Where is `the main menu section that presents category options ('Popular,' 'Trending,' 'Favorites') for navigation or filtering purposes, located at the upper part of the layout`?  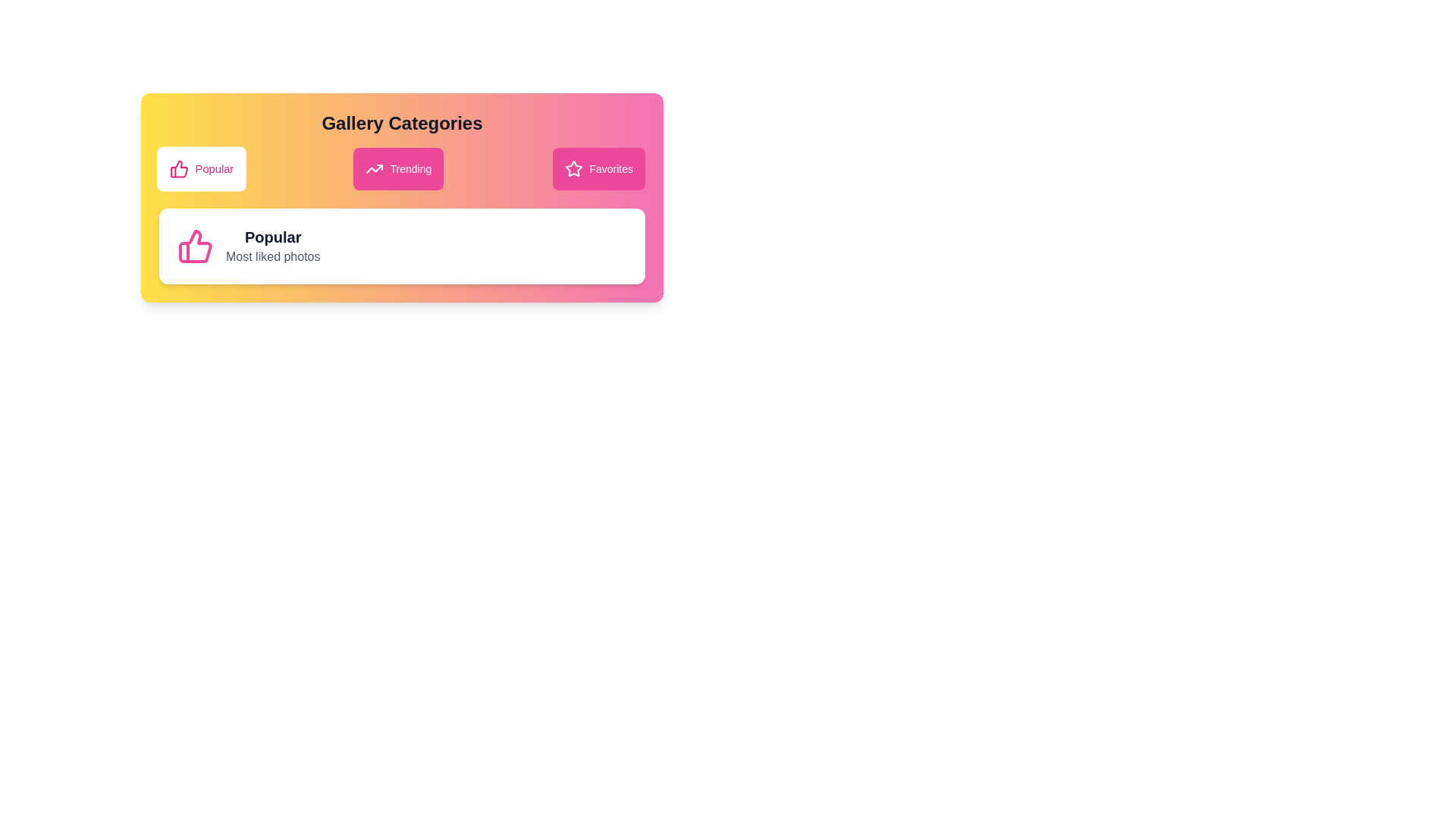 the main menu section that presents category options ('Popular,' 'Trending,' 'Favorites') for navigation or filtering purposes, located at the upper part of the layout is located at coordinates (402, 197).